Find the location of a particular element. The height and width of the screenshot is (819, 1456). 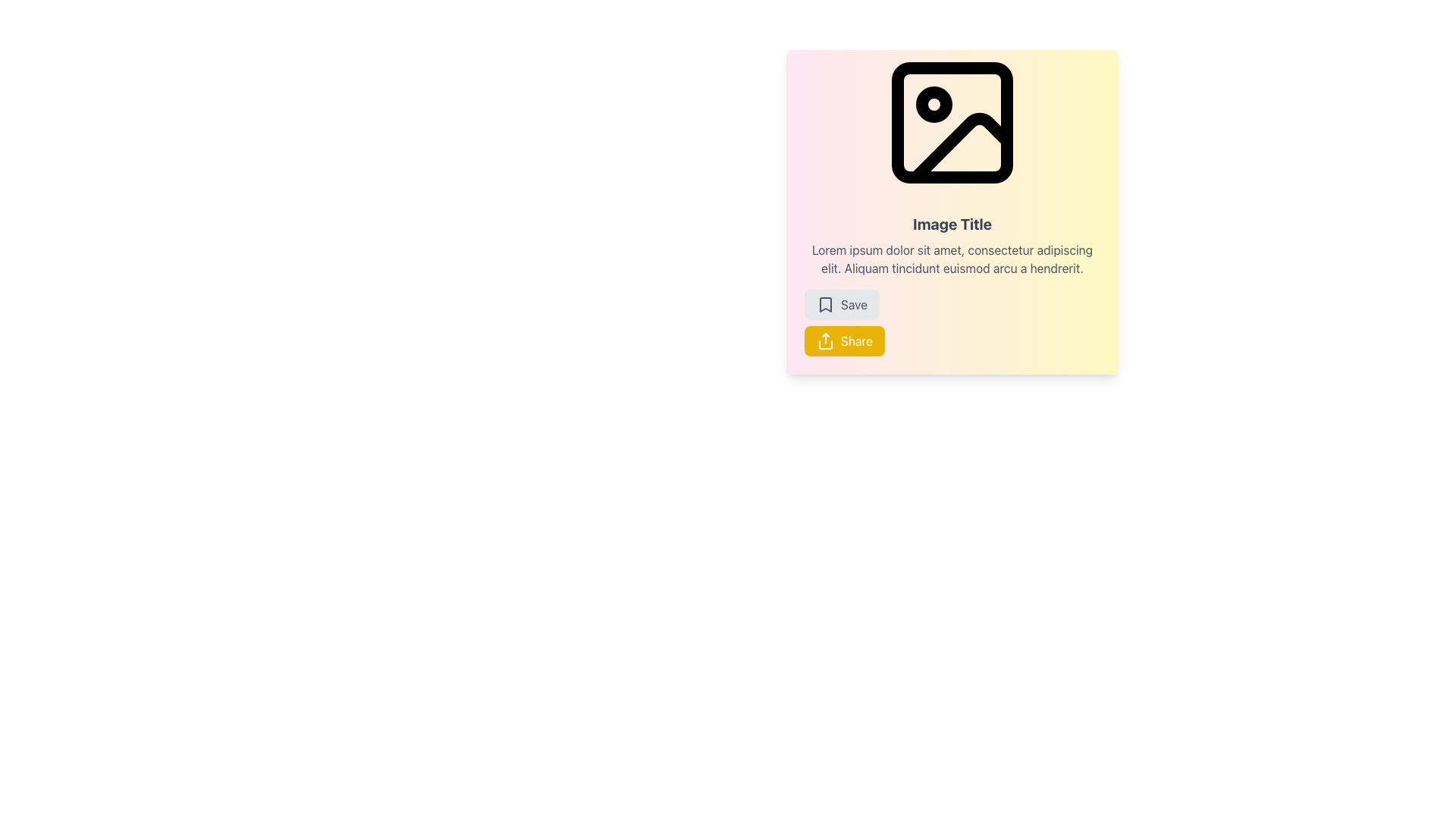

the 'Share' text label, which is styled in bold white text on a yellow rectangular background, located towards the bottom-right corner of the card layout, adjacent to the sharing icon is located at coordinates (856, 341).